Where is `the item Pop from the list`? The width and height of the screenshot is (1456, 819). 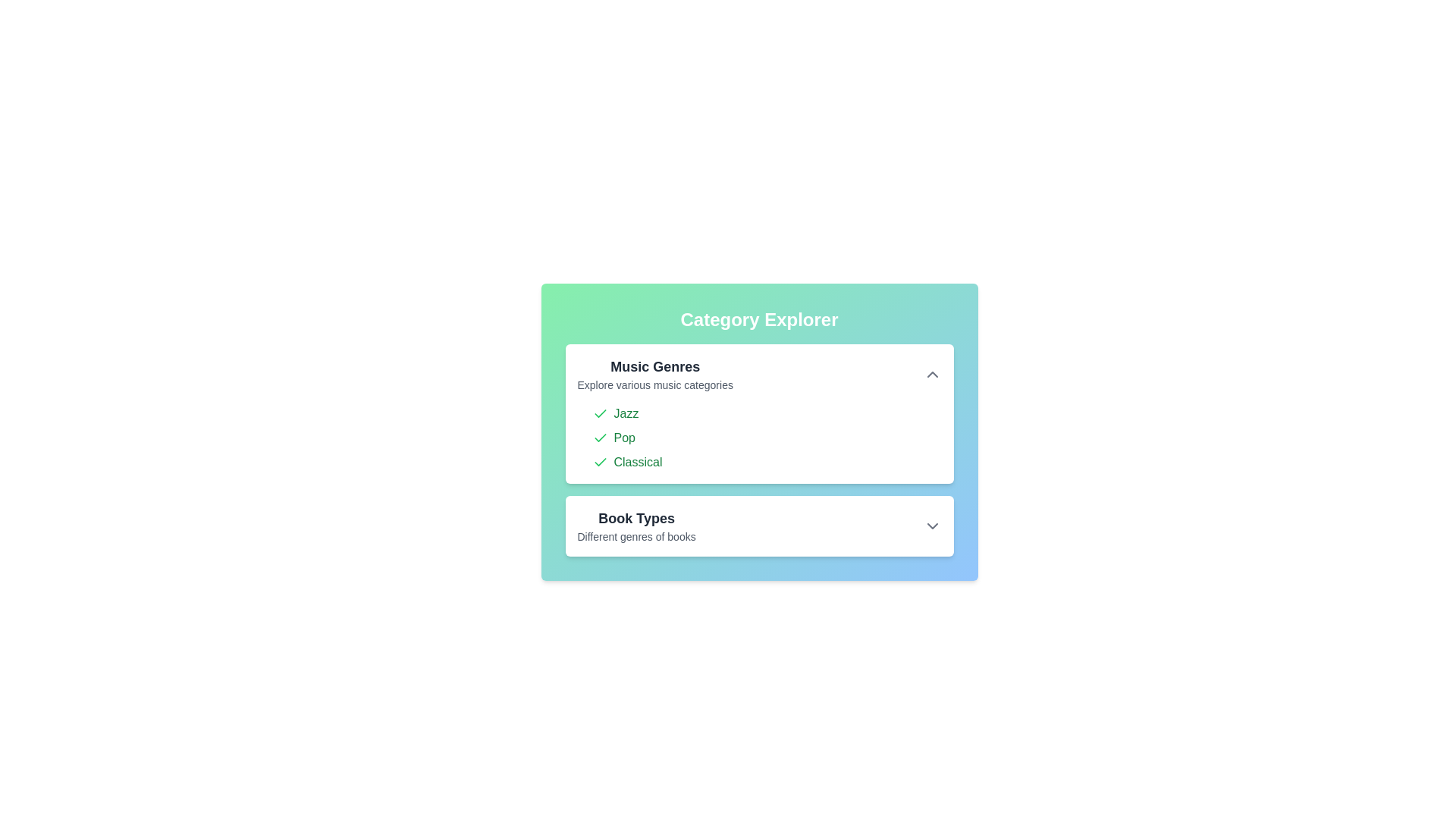 the item Pop from the list is located at coordinates (599, 438).